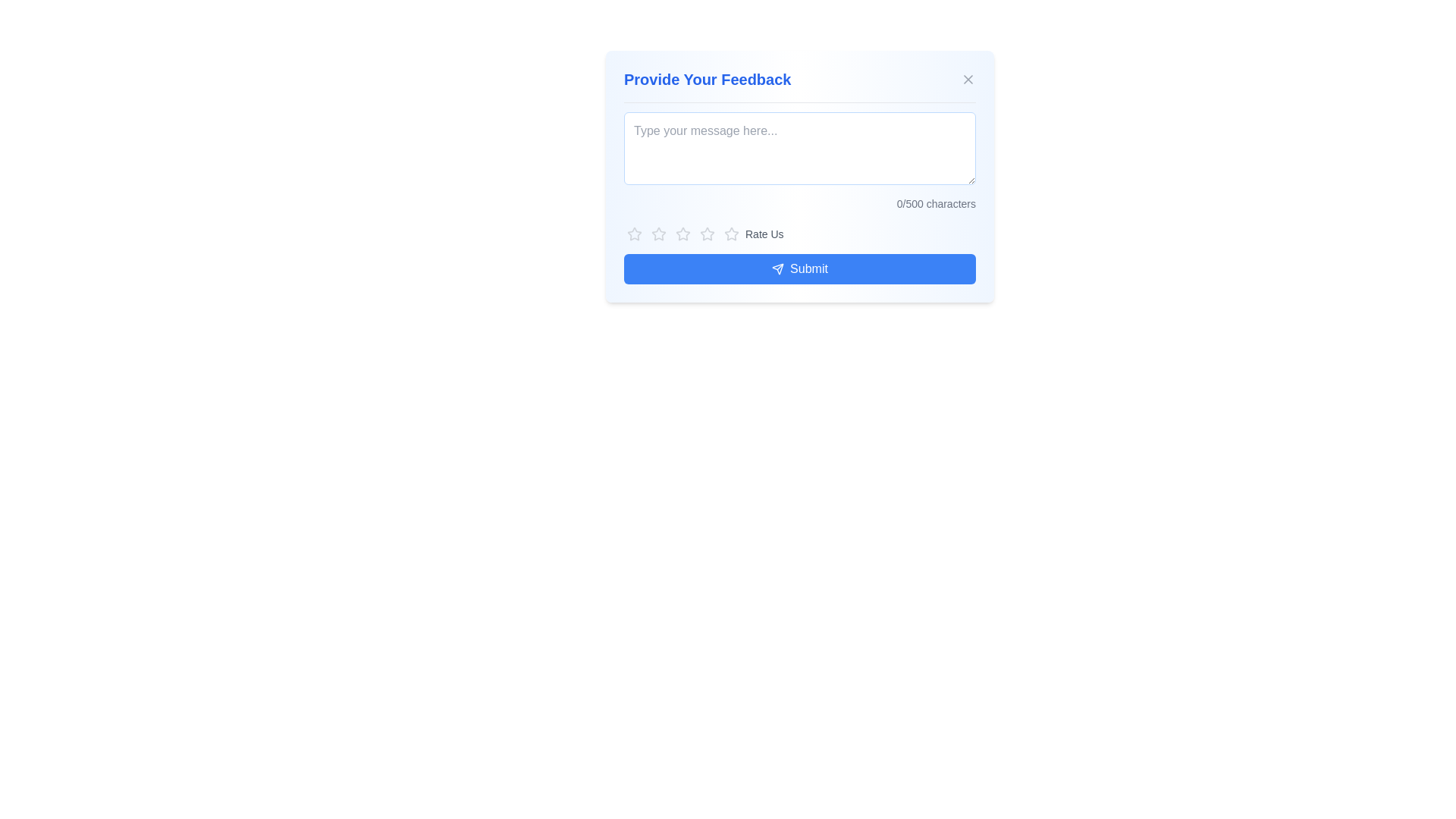 This screenshot has width=1456, height=819. I want to click on the fifth star icon in the horizontal sequence of rating options, so click(731, 234).